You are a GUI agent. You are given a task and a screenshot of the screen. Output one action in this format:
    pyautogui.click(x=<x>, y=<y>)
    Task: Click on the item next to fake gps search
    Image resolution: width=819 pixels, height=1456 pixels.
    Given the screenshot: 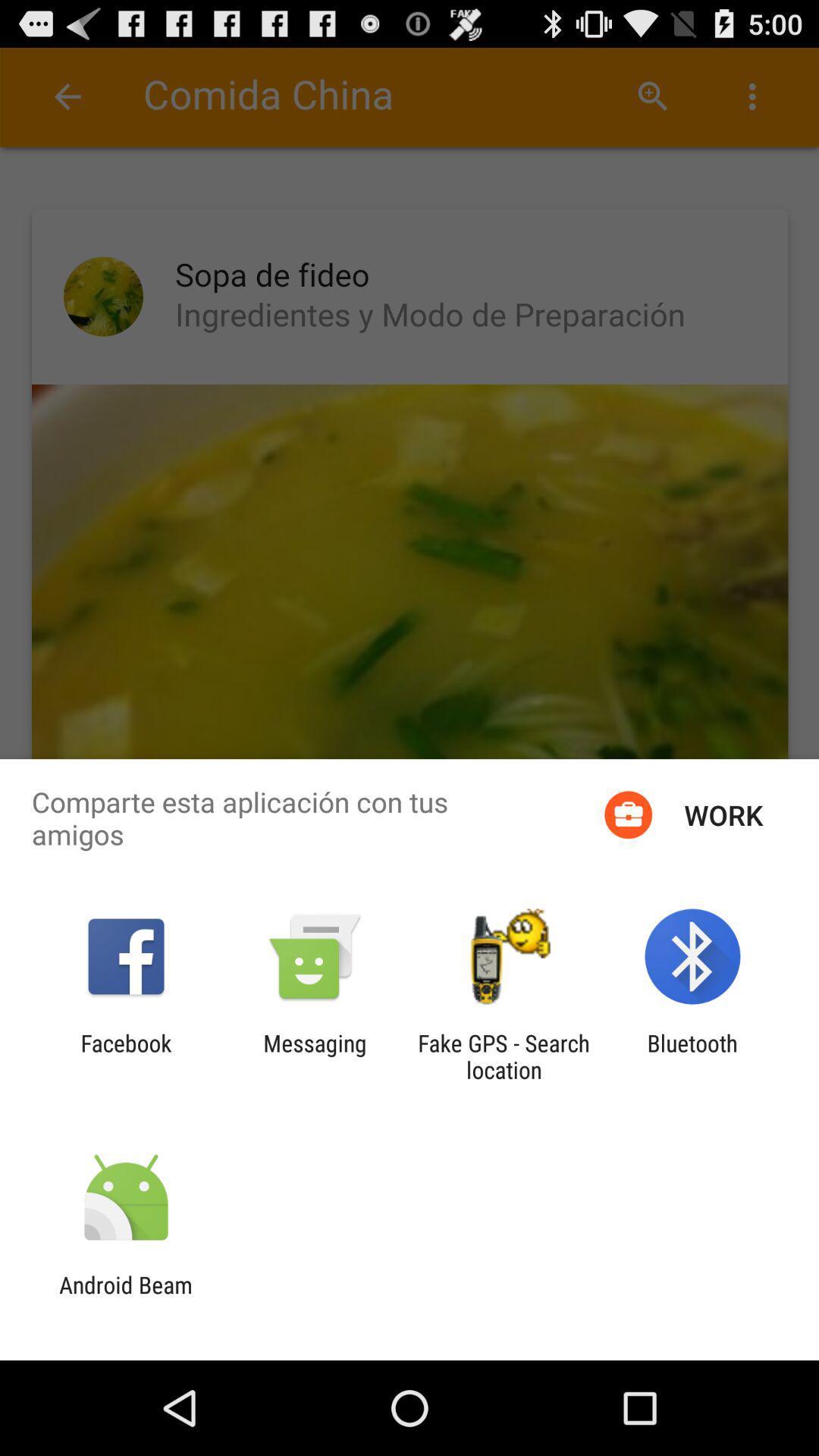 What is the action you would take?
    pyautogui.click(x=314, y=1056)
    